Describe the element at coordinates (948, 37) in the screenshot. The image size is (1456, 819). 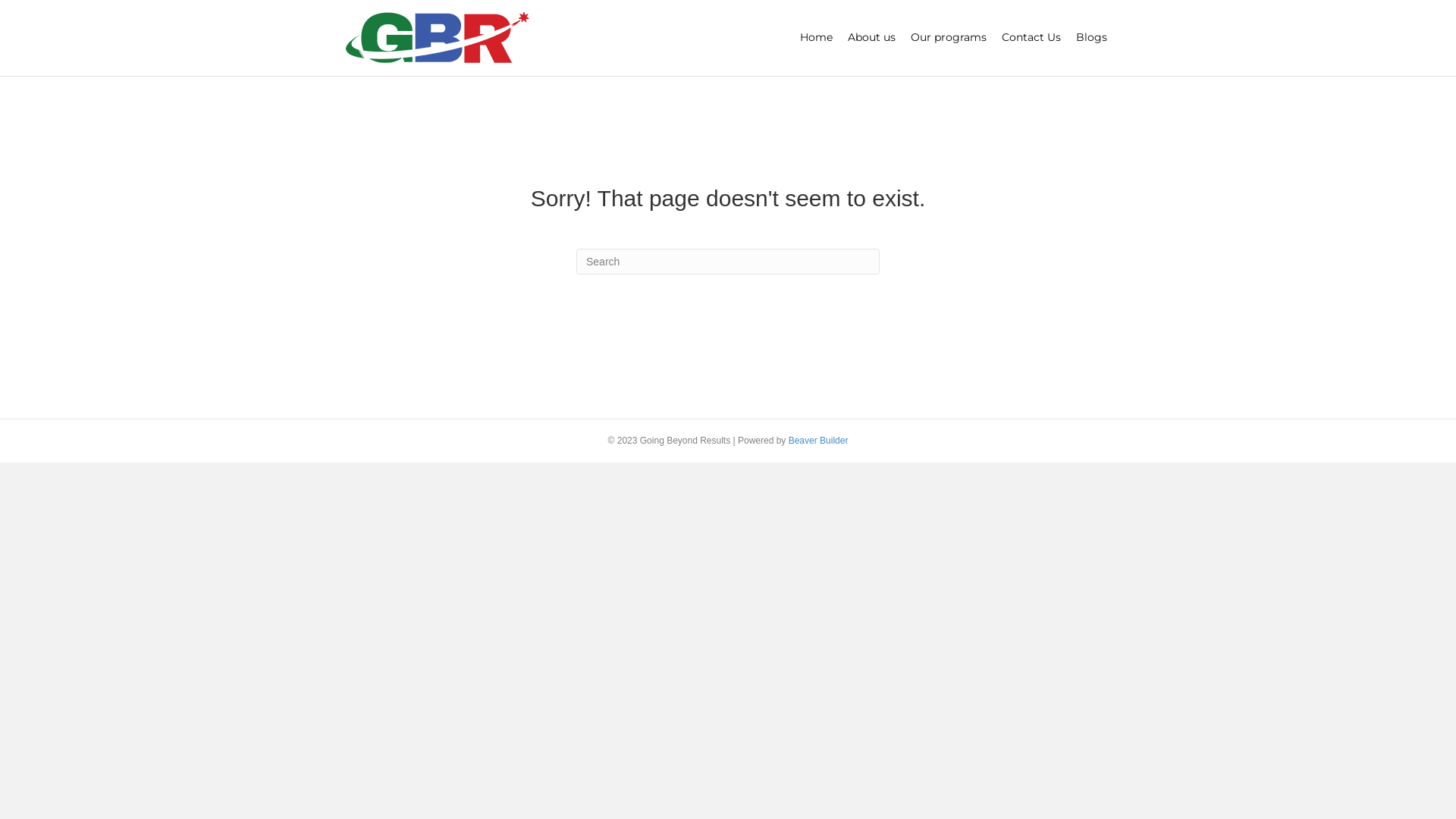
I see `'Our programs'` at that location.